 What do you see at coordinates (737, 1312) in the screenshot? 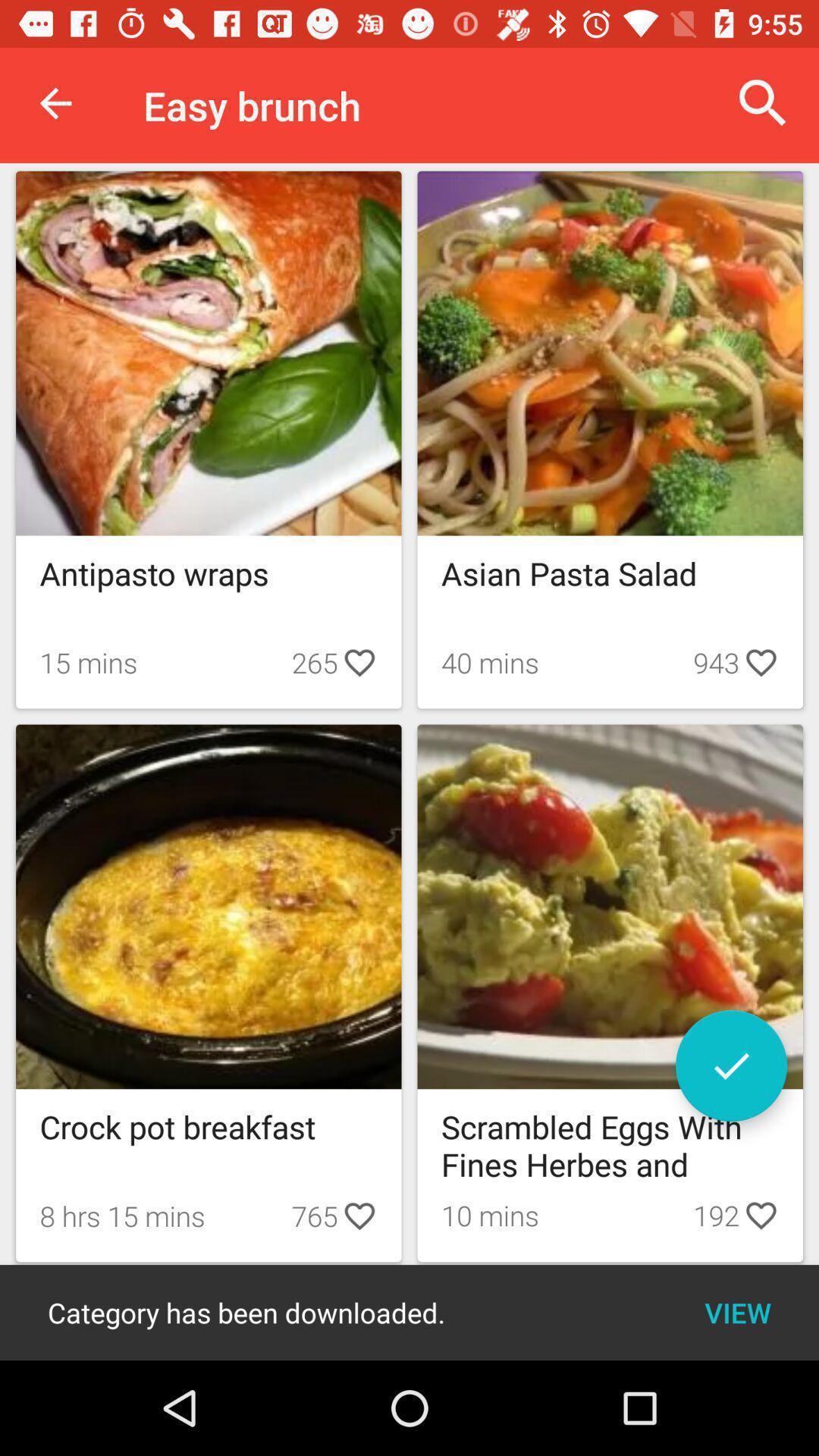
I see `icon below the 192 icon` at bounding box center [737, 1312].